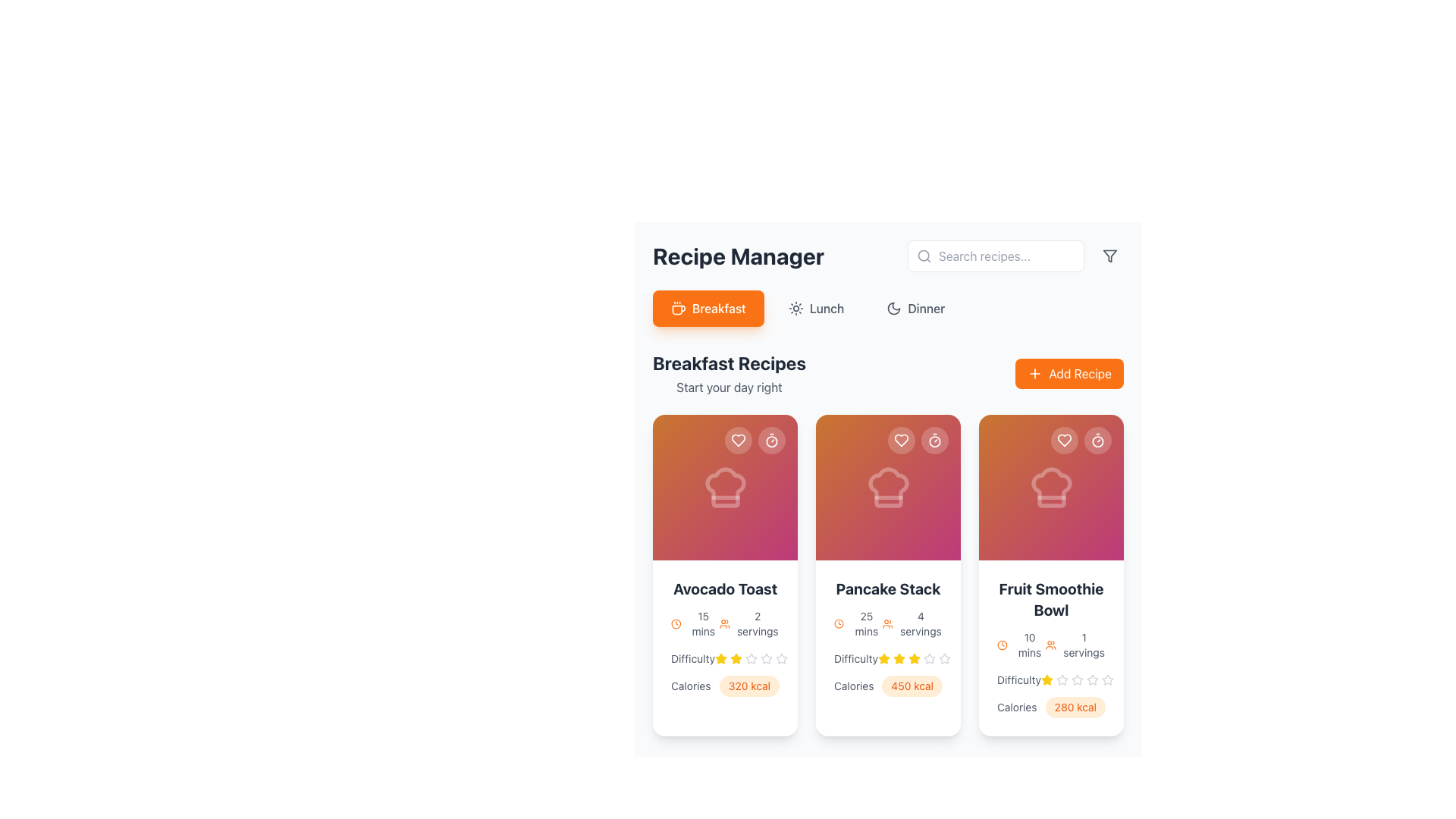 This screenshot has width=1456, height=819. What do you see at coordinates (888, 623) in the screenshot?
I see `the servings icon that visually represents the number of servings, located next to the text '4 servings'` at bounding box center [888, 623].